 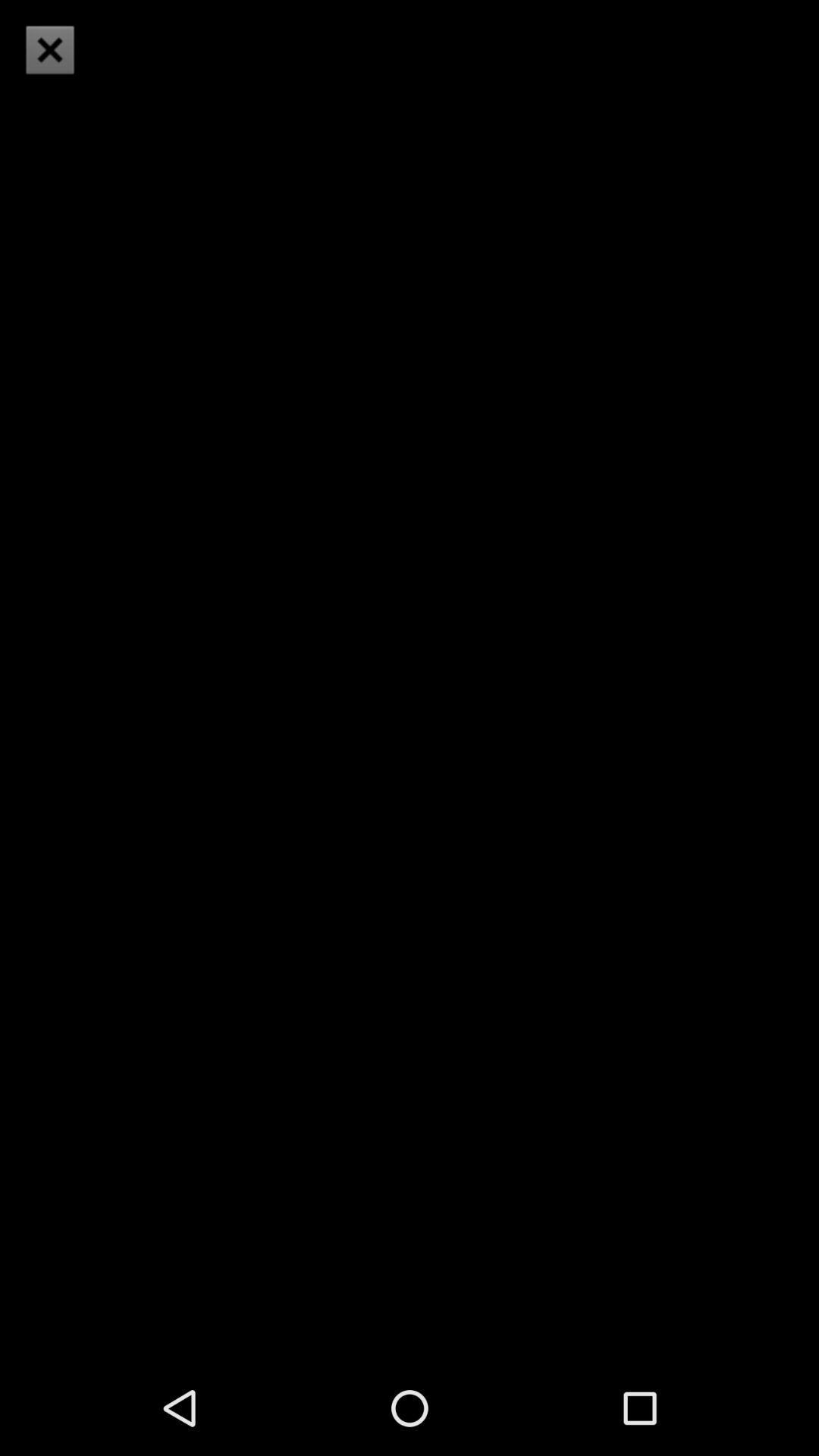 What do you see at coordinates (49, 49) in the screenshot?
I see `icon at the top left corner` at bounding box center [49, 49].